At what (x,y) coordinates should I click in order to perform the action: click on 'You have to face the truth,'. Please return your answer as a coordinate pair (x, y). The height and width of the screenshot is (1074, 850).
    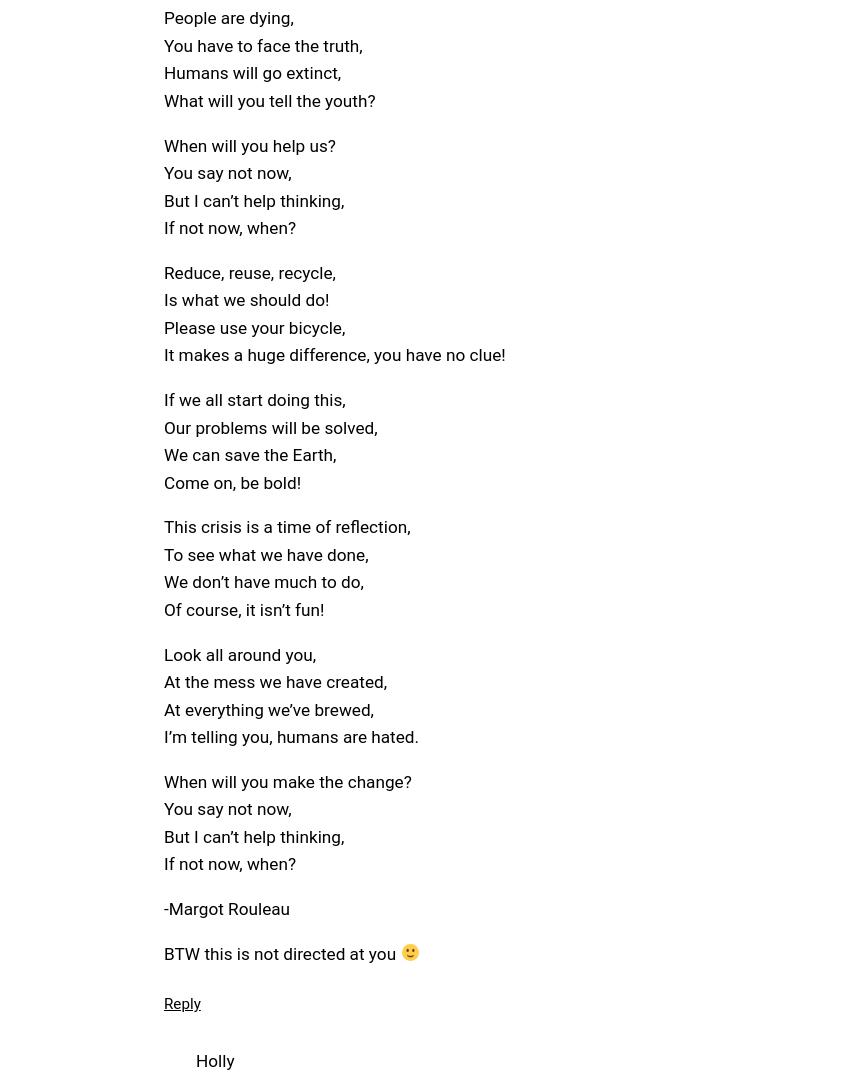
    Looking at the image, I should click on (261, 44).